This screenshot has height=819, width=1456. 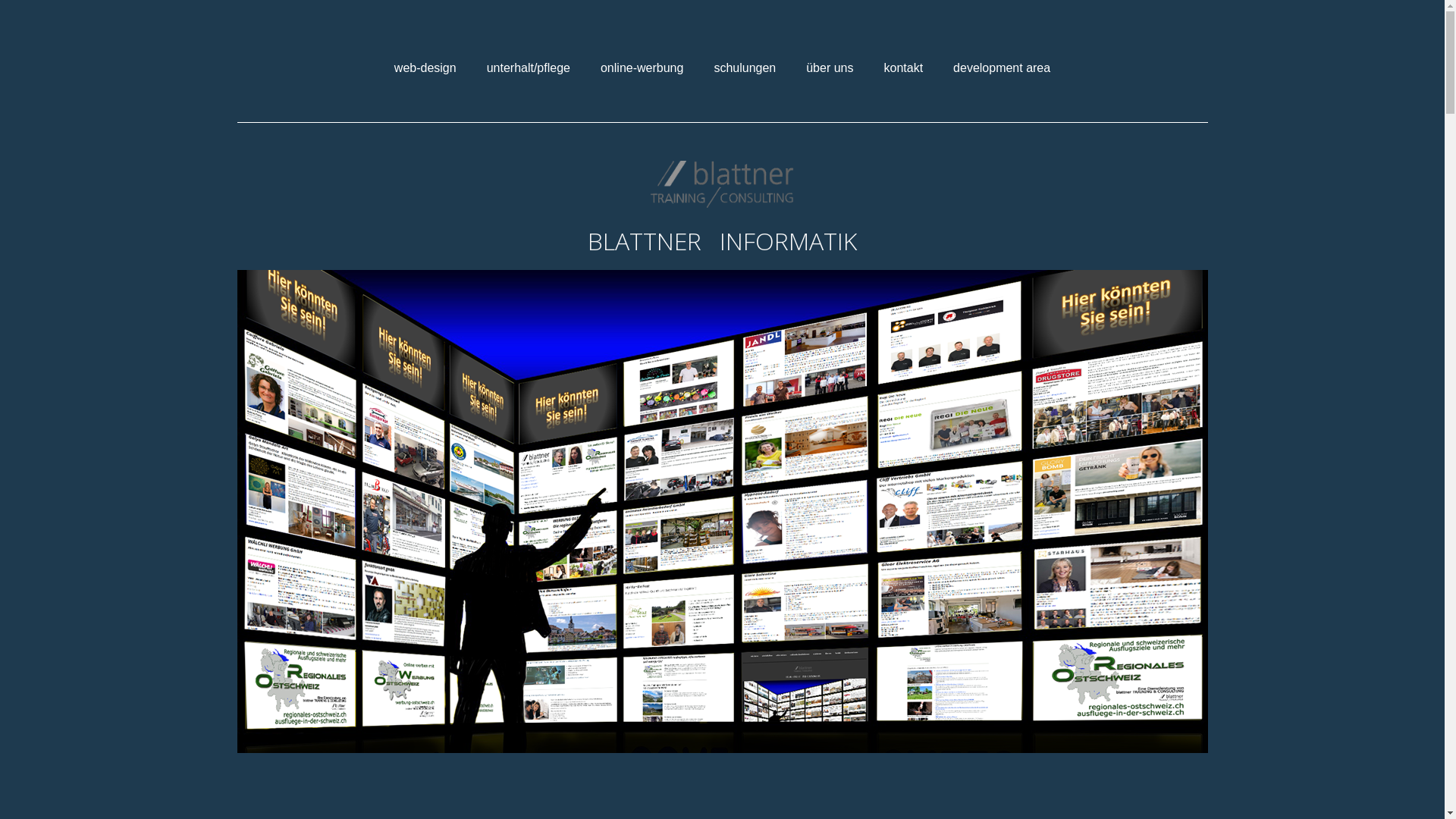 I want to click on 'kontakt', so click(x=872, y=67).